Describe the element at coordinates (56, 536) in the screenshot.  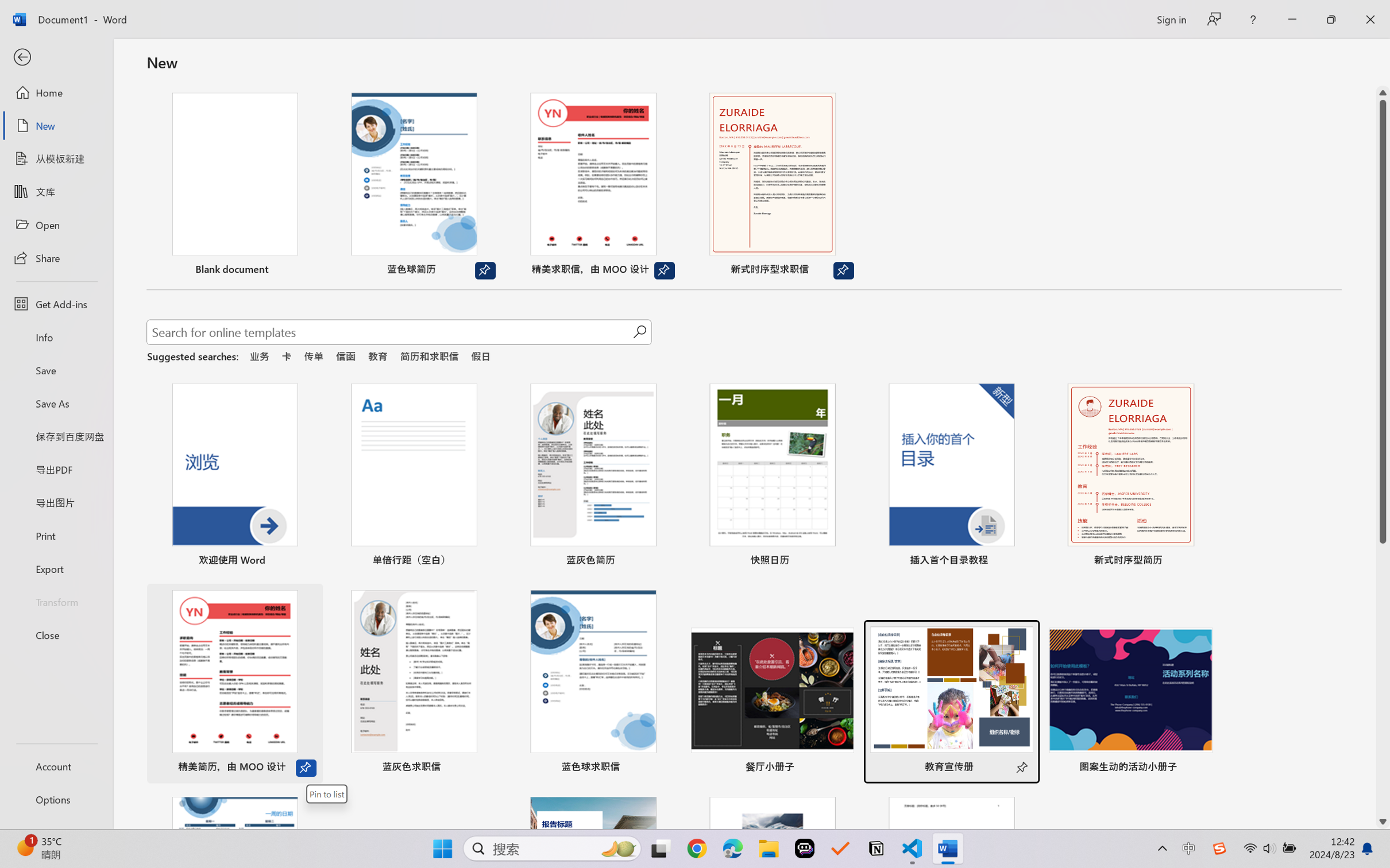
I see `'Print'` at that location.